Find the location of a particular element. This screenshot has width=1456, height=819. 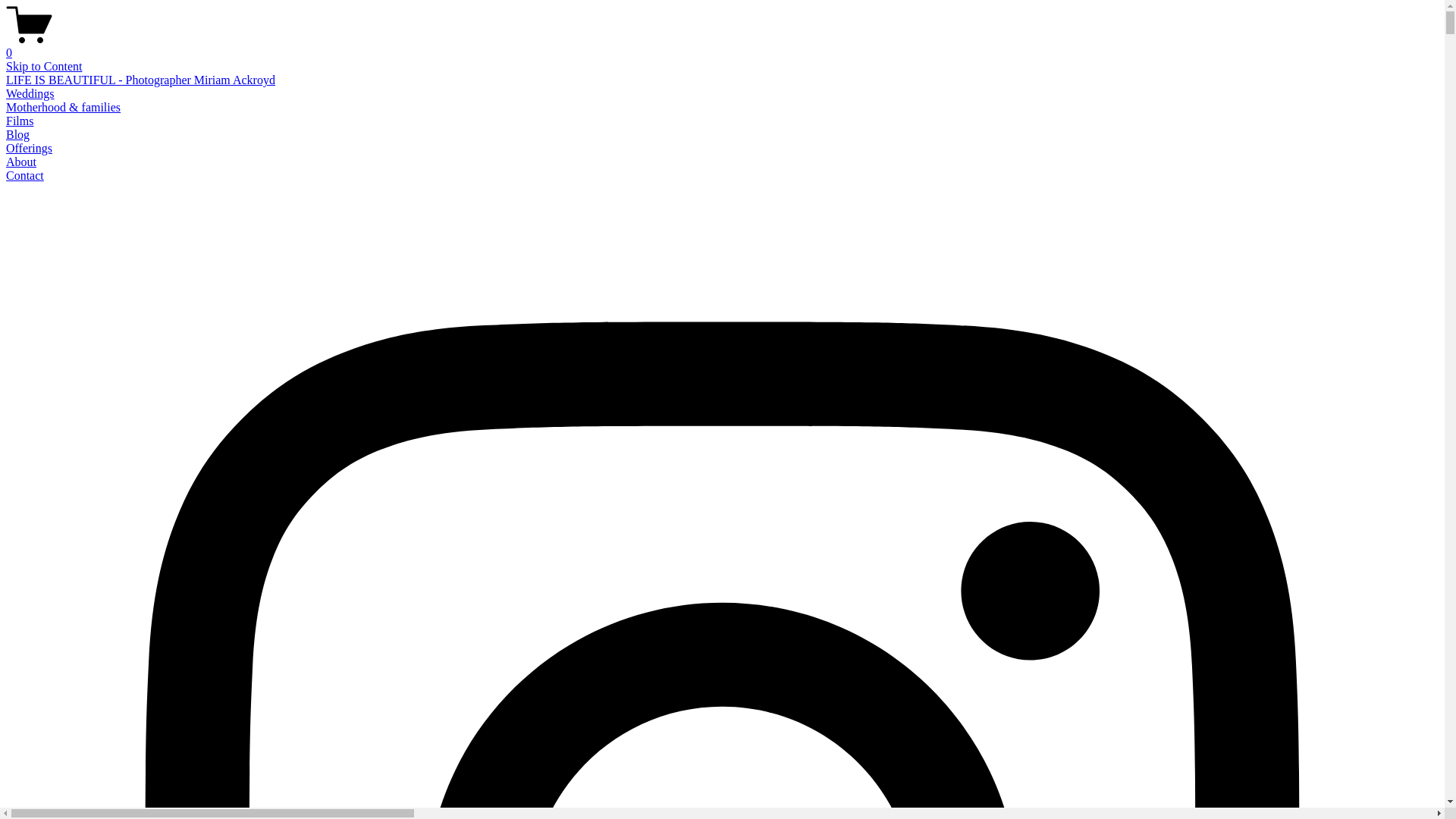

'Skip to Content' is located at coordinates (43, 65).